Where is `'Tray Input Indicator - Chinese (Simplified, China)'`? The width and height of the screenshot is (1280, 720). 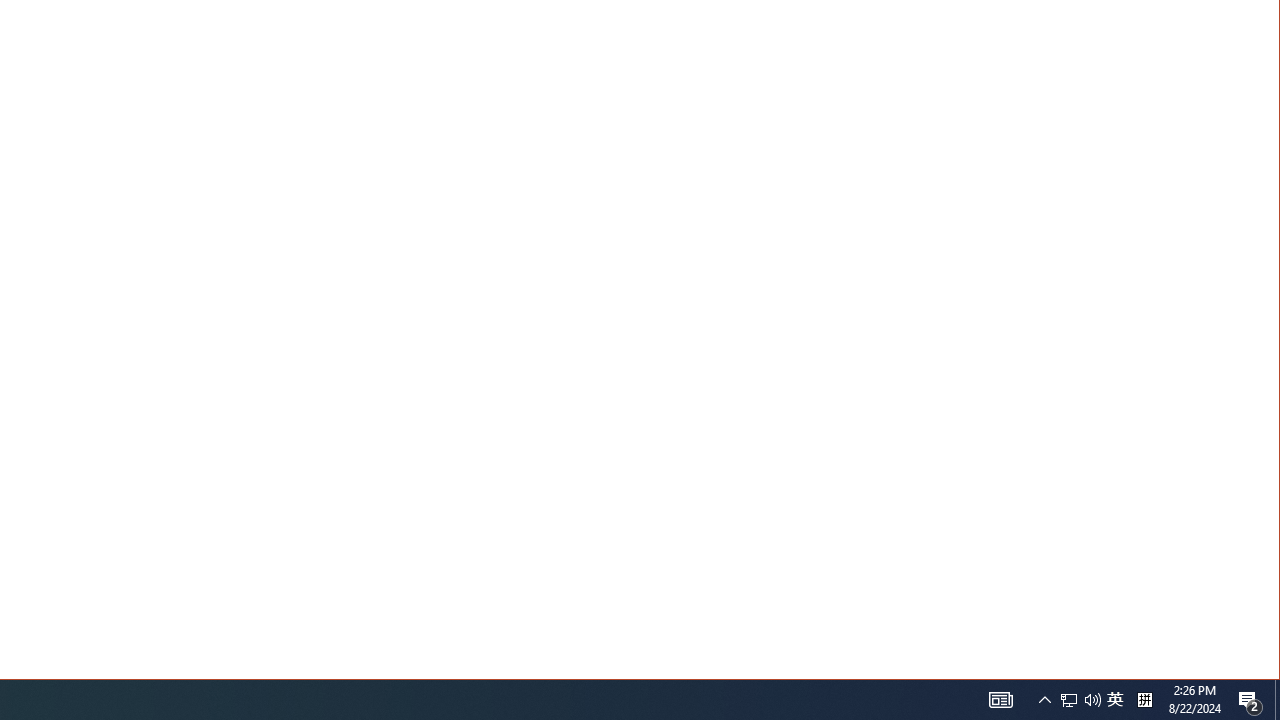 'Tray Input Indicator - Chinese (Simplified, China)' is located at coordinates (1114, 698).